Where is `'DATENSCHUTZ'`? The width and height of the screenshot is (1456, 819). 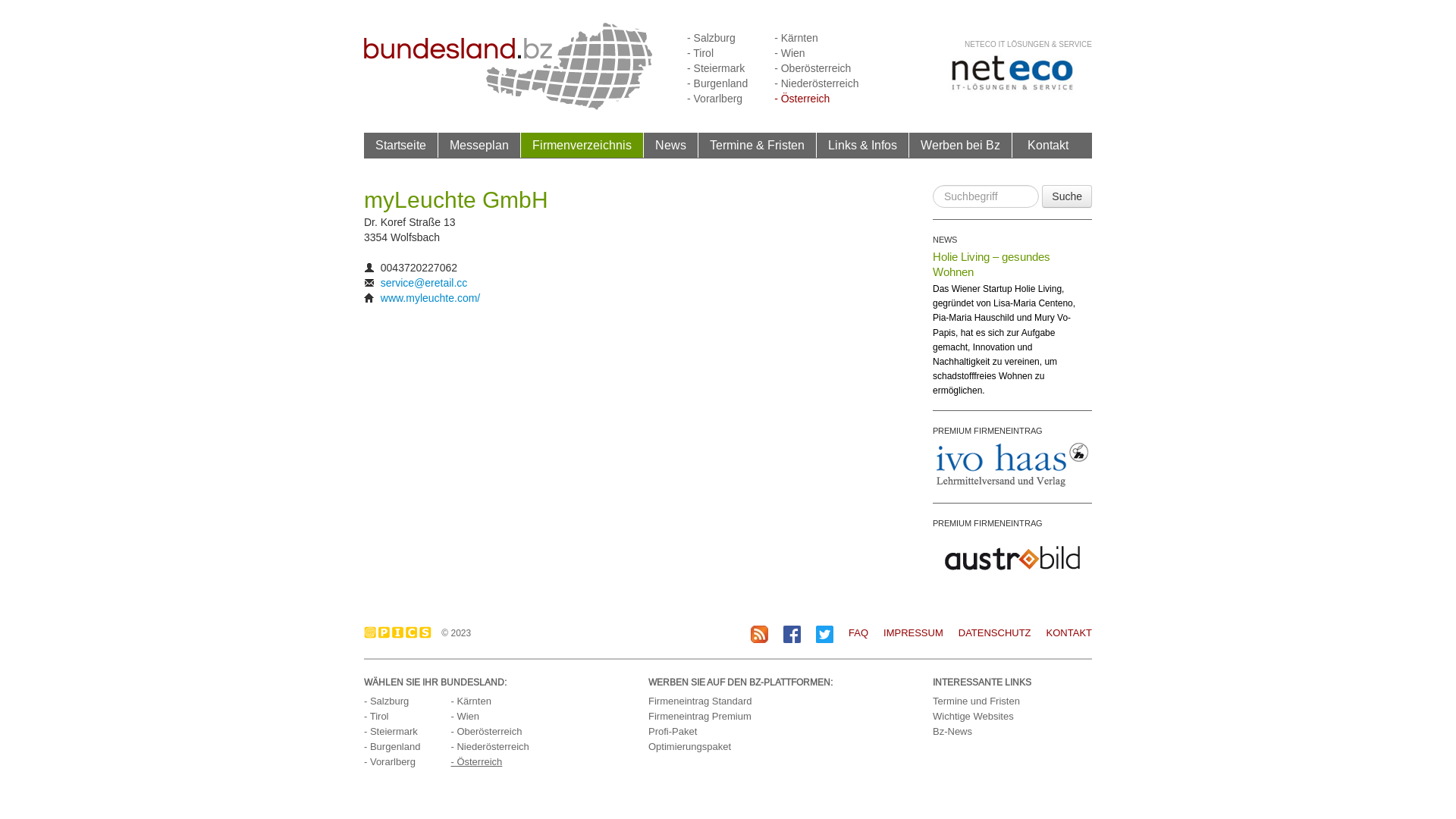
'DATENSCHUTZ' is located at coordinates (987, 632).